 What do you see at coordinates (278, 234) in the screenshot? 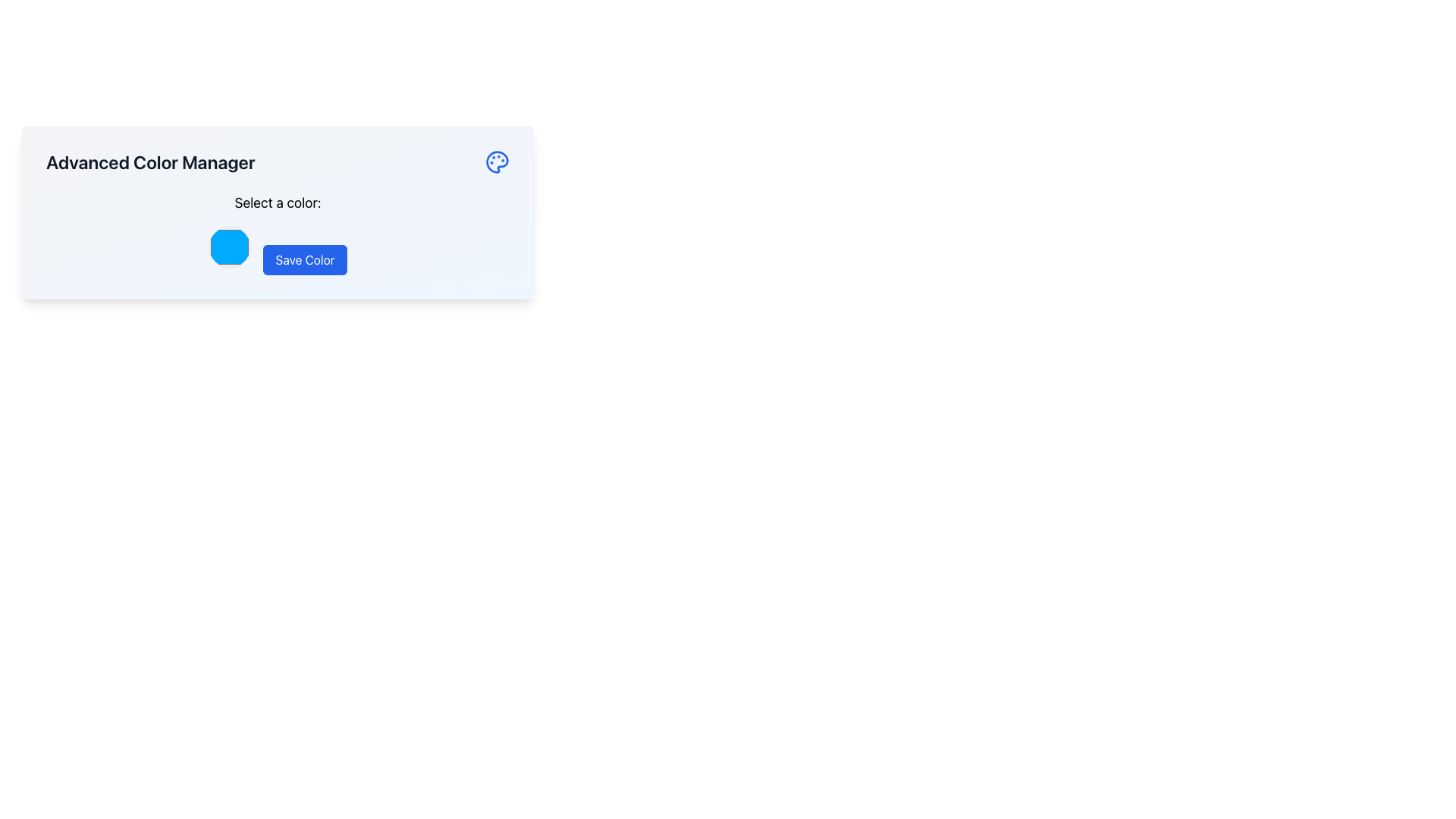
I see `the 'Save Color' button in the Advanced Color Manager section` at bounding box center [278, 234].